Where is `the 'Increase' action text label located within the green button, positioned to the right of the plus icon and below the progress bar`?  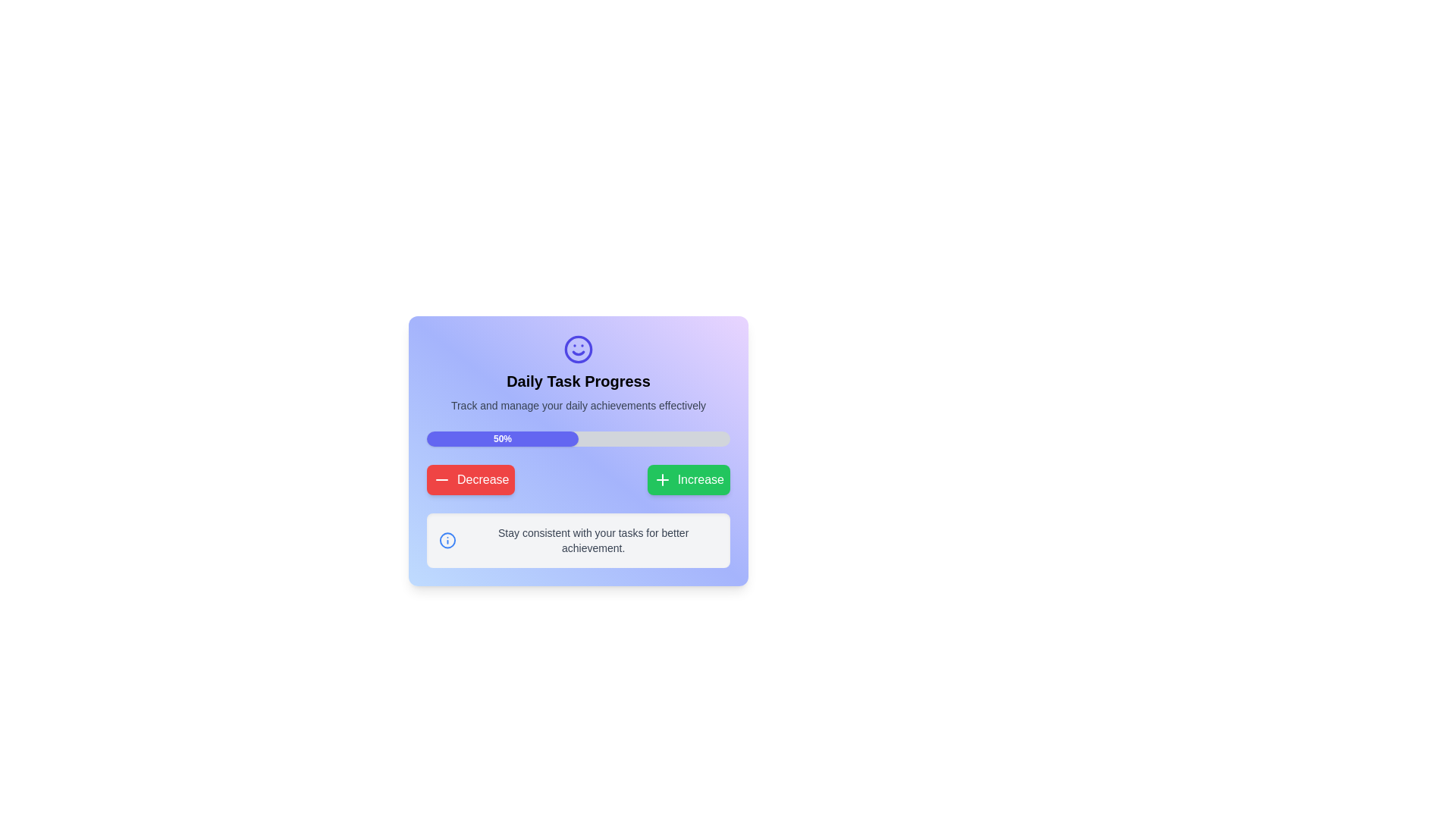 the 'Increase' action text label located within the green button, positioned to the right of the plus icon and below the progress bar is located at coordinates (700, 479).